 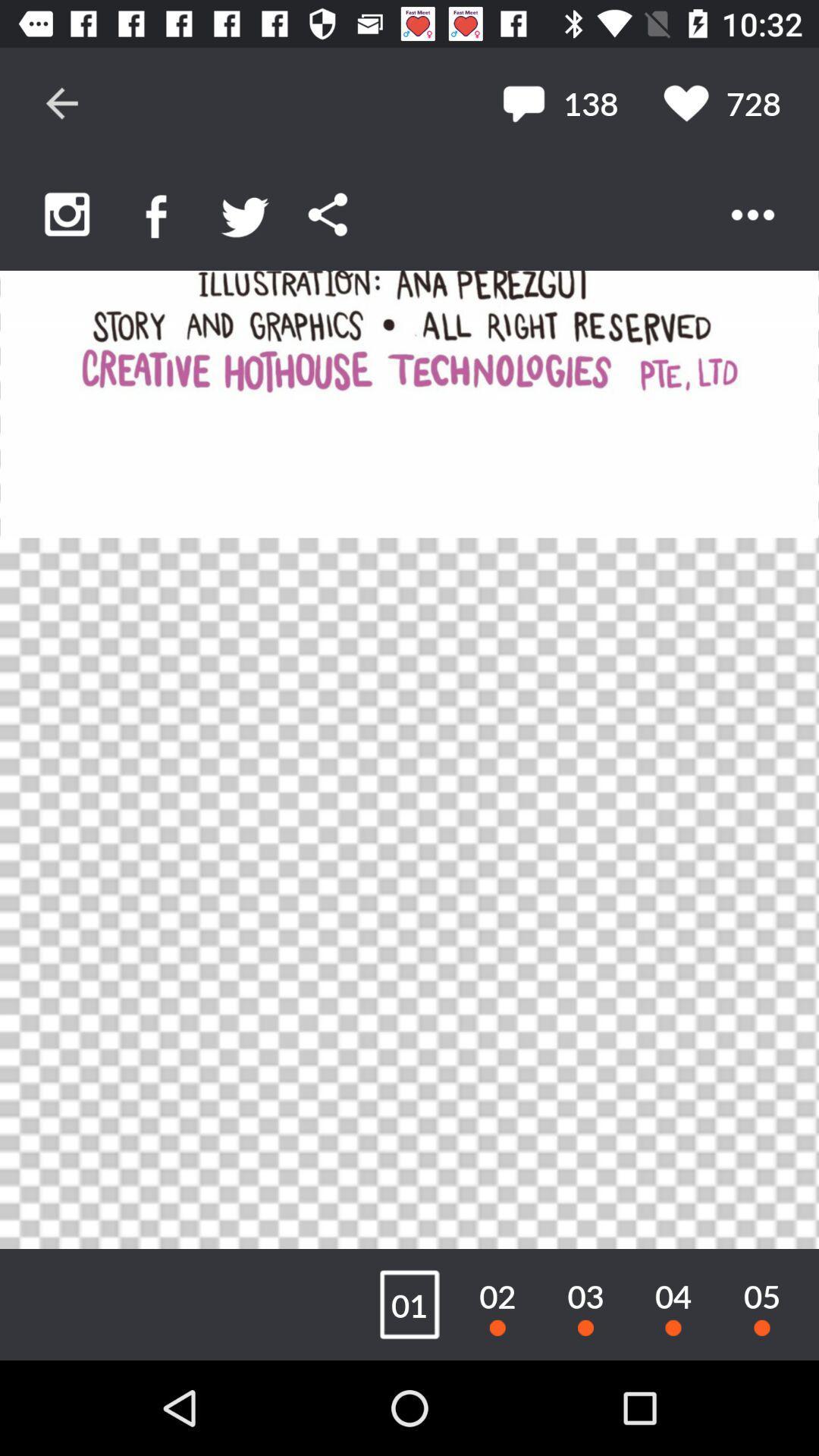 What do you see at coordinates (66, 214) in the screenshot?
I see `the photo icon` at bounding box center [66, 214].